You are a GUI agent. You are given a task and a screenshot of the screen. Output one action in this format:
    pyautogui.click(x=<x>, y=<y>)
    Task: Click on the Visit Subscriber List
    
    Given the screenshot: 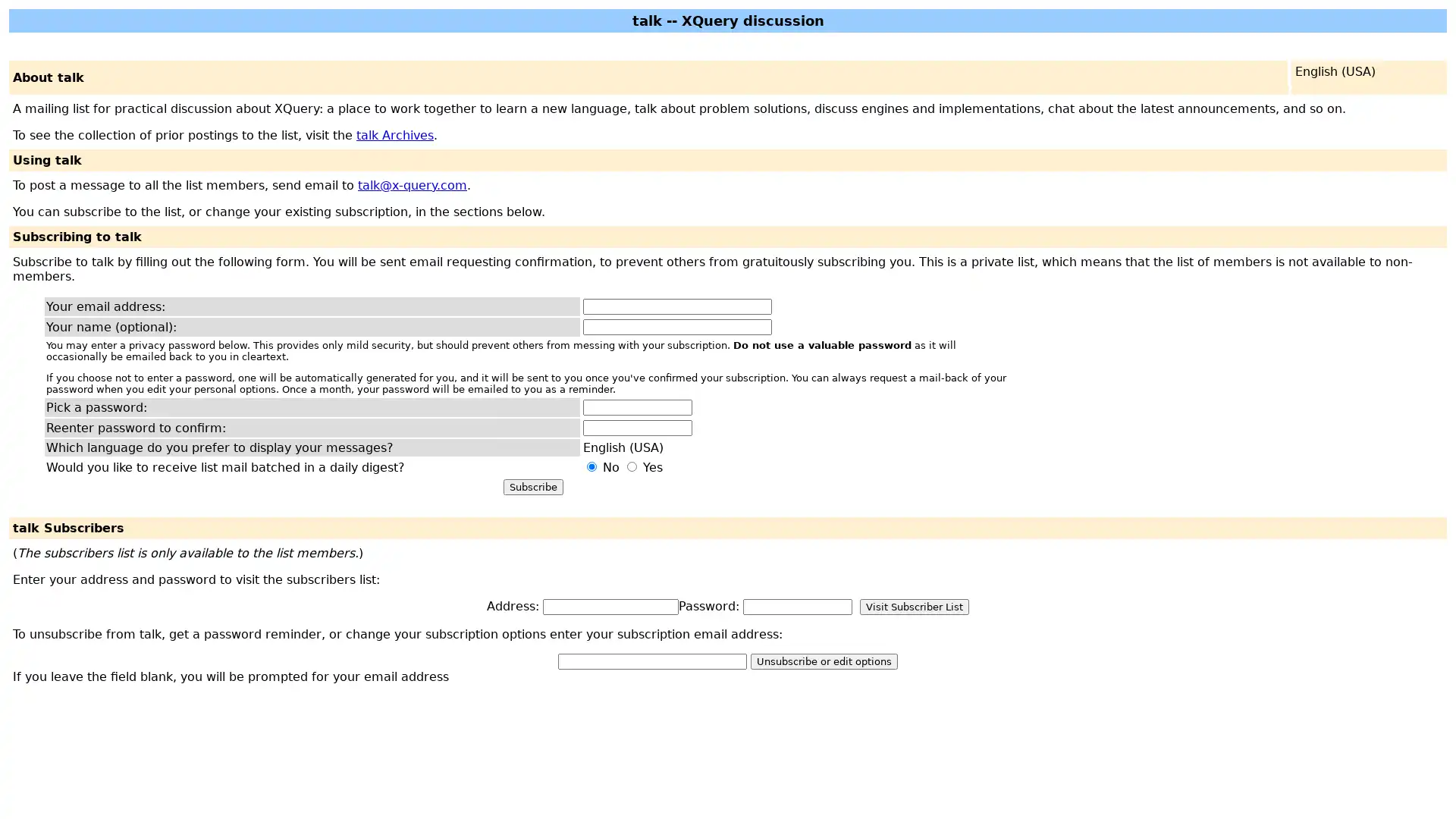 What is the action you would take?
    pyautogui.click(x=913, y=606)
    